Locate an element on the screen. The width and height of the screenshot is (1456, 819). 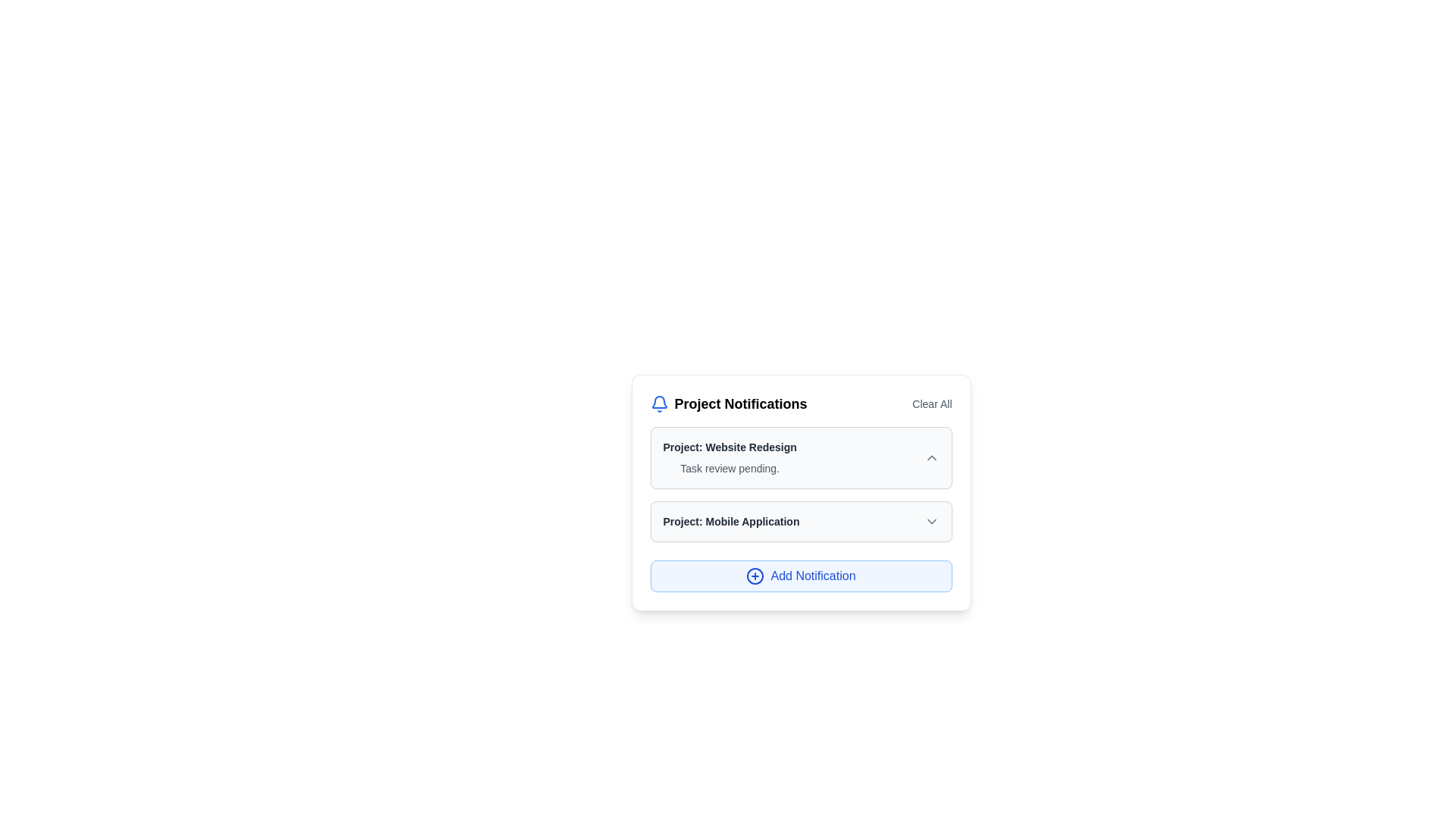
the text label reading 'Task review pending.' which is displayed in muted gray color, located below the bold header 'Project: Website Redesign' is located at coordinates (730, 467).